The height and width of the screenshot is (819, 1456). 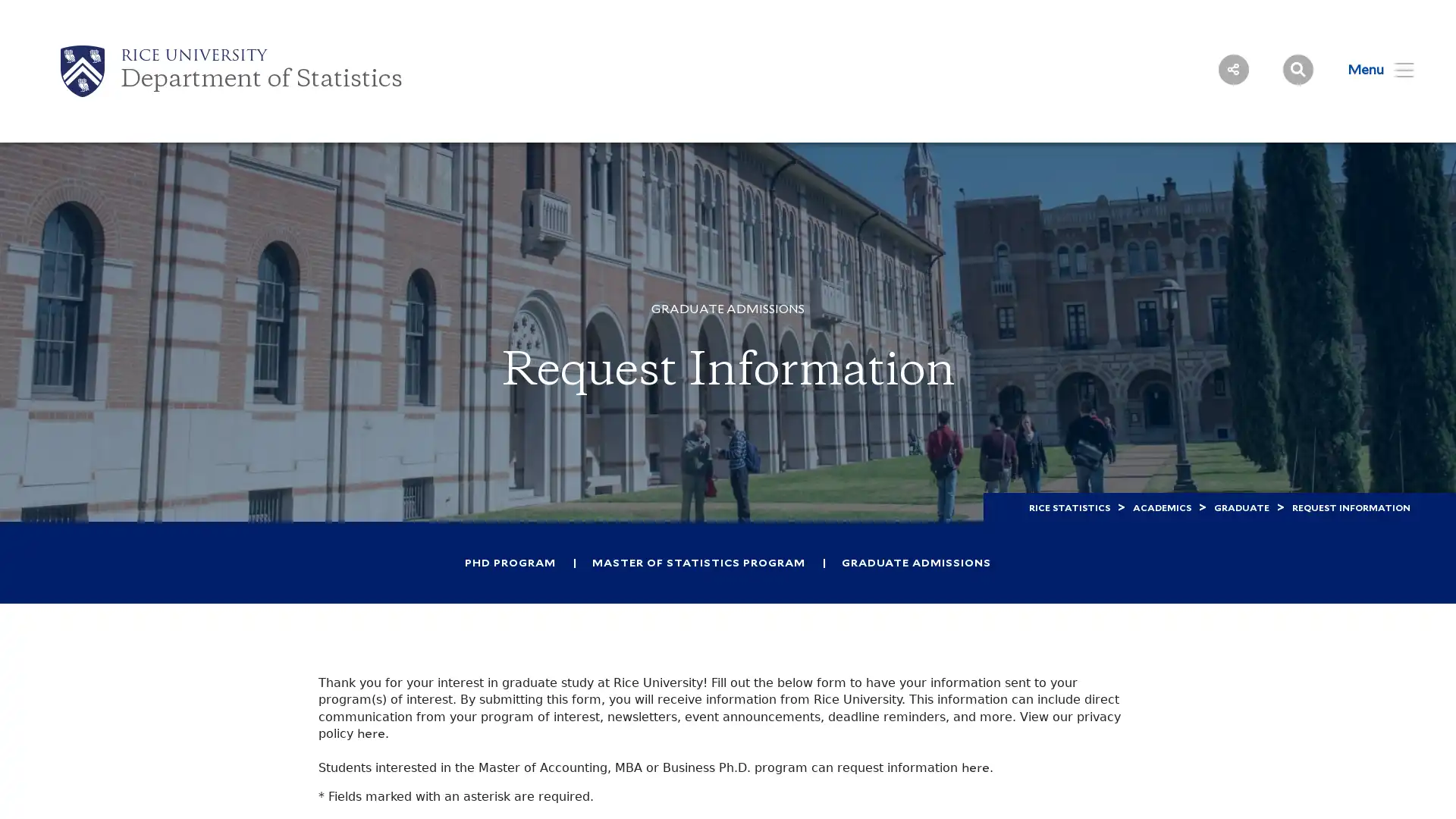 What do you see at coordinates (1371, 69) in the screenshot?
I see `Open Menu` at bounding box center [1371, 69].